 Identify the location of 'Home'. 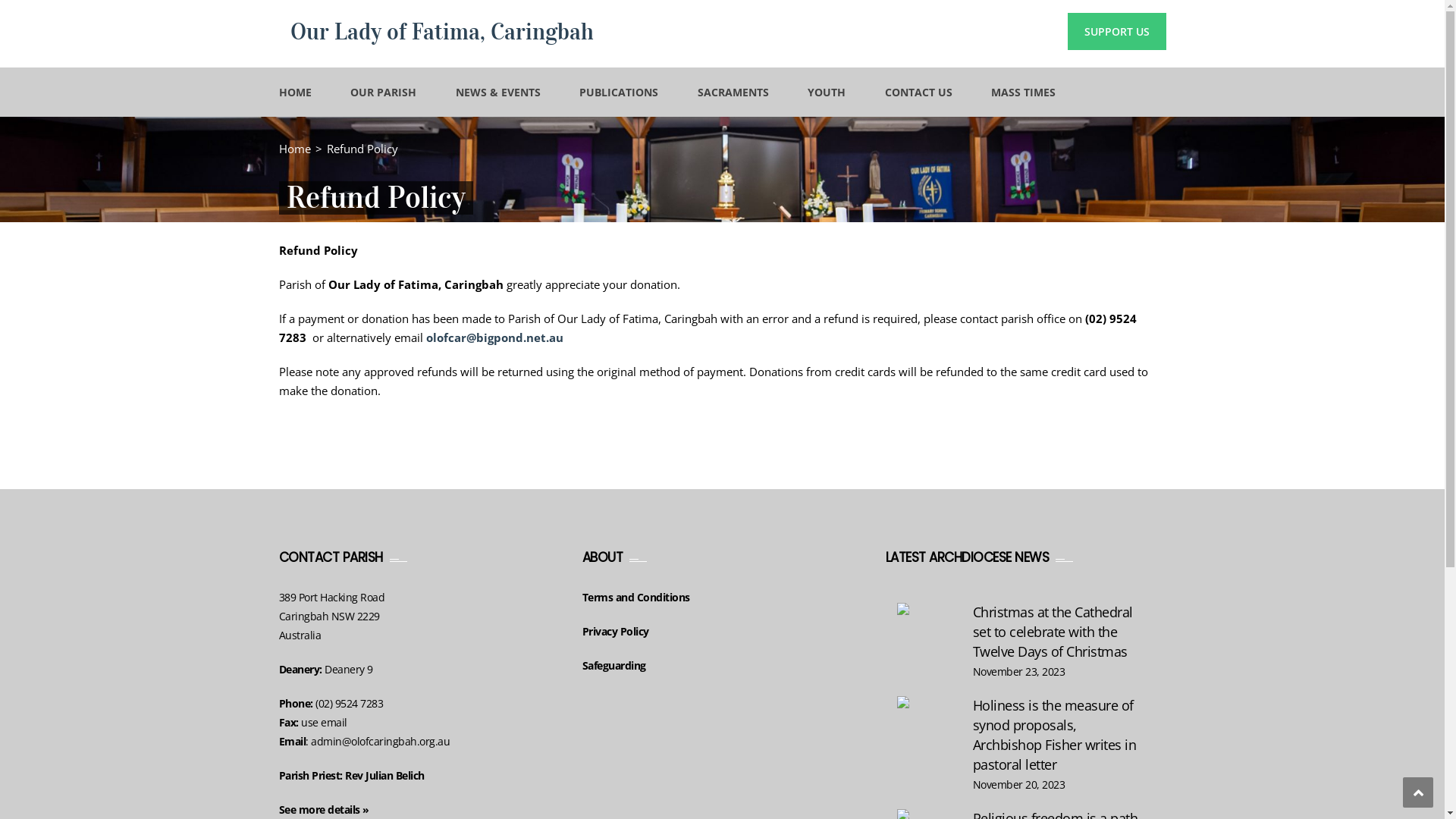
(279, 149).